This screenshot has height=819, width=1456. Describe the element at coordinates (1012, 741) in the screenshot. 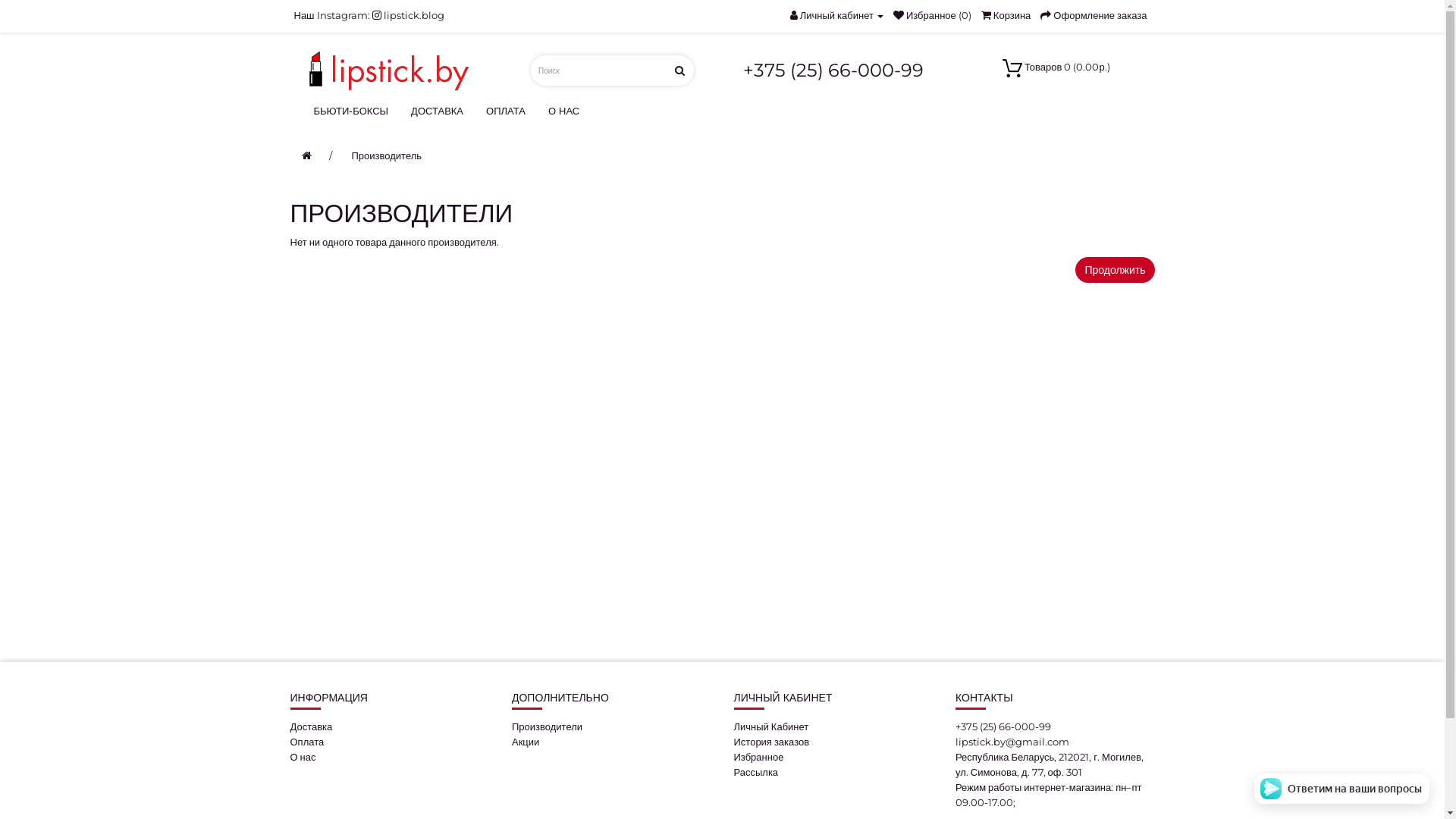

I see `'lipstick.by@gmail.com'` at that location.